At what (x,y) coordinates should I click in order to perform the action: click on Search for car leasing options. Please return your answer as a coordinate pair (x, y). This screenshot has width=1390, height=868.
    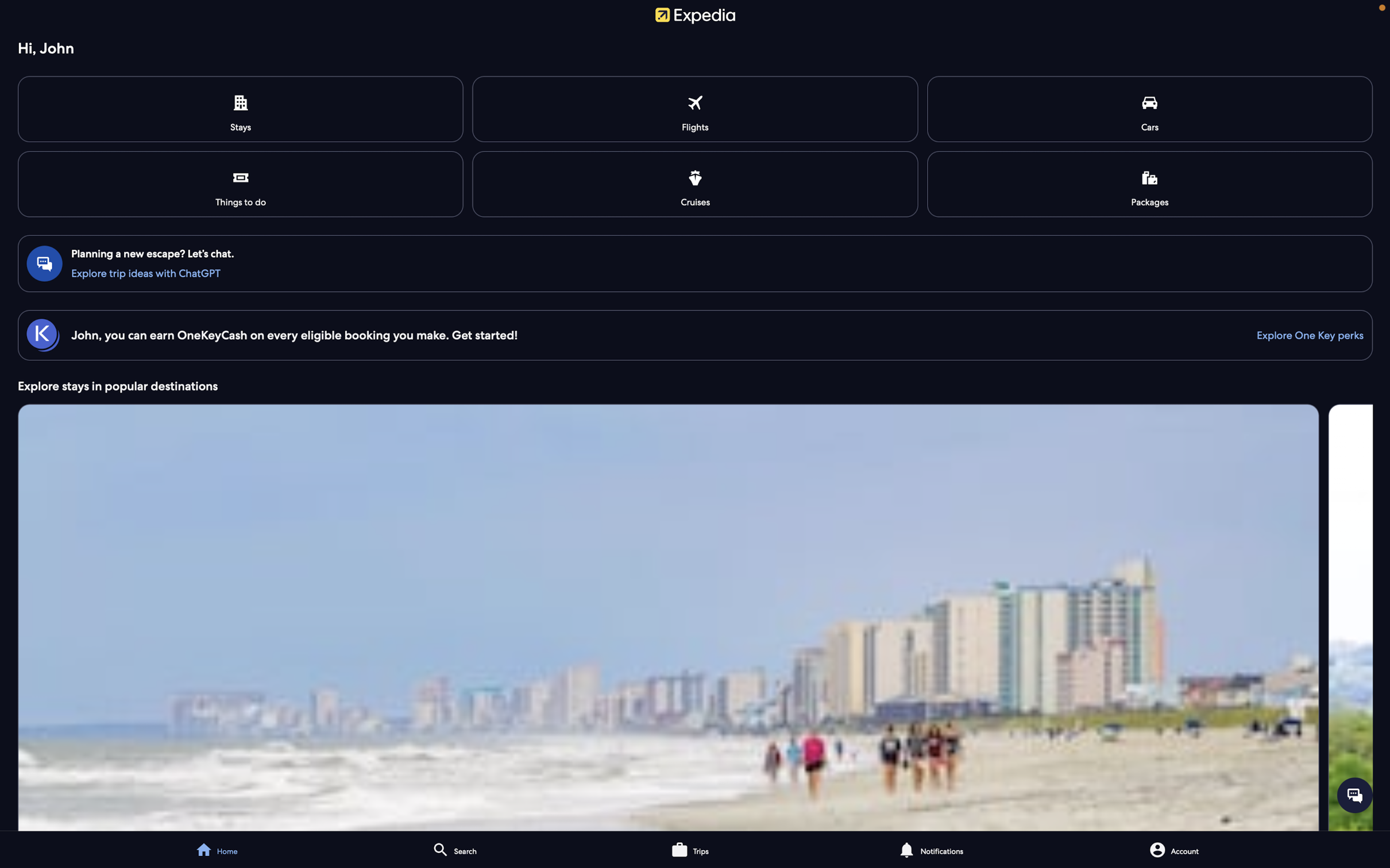
    Looking at the image, I should click on (1150, 109).